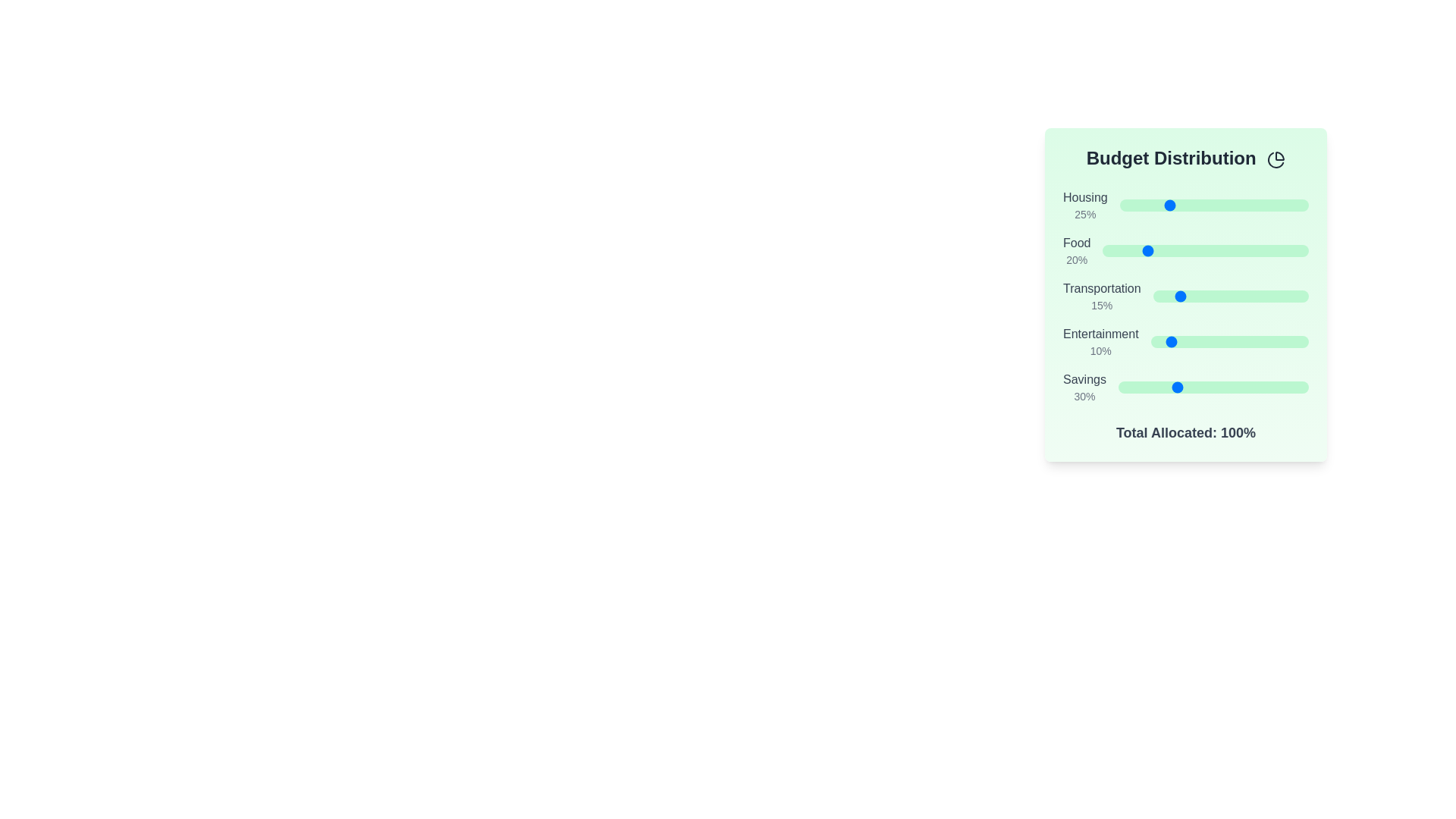  Describe the element at coordinates (1102, 289) in the screenshot. I see `the category name Transportation to highlight it` at that location.